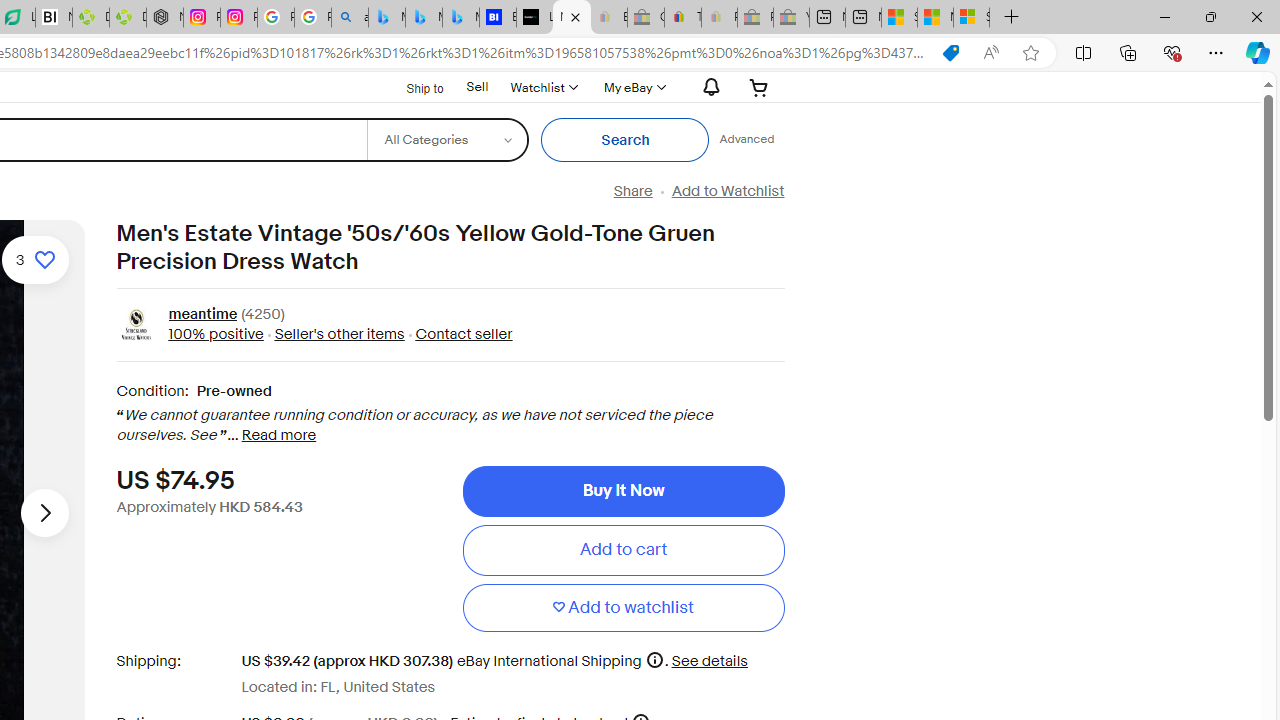 Image resolution: width=1280 pixels, height=720 pixels. I want to click on 'My eBayExpand My eBay', so click(631, 86).